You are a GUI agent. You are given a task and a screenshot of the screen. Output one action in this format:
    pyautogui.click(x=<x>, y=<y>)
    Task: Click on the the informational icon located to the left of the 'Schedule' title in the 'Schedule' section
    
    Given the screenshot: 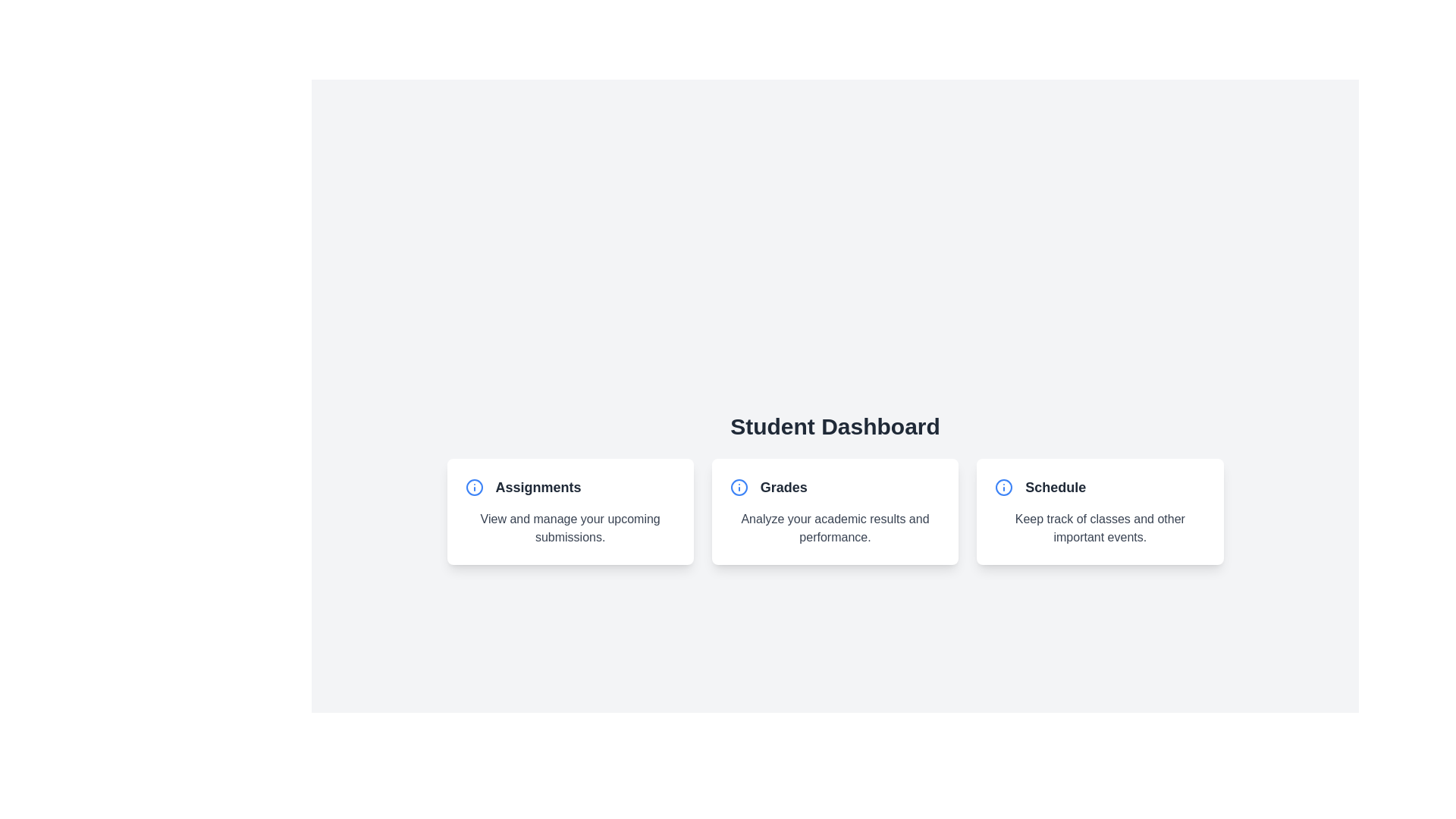 What is the action you would take?
    pyautogui.click(x=1004, y=488)
    